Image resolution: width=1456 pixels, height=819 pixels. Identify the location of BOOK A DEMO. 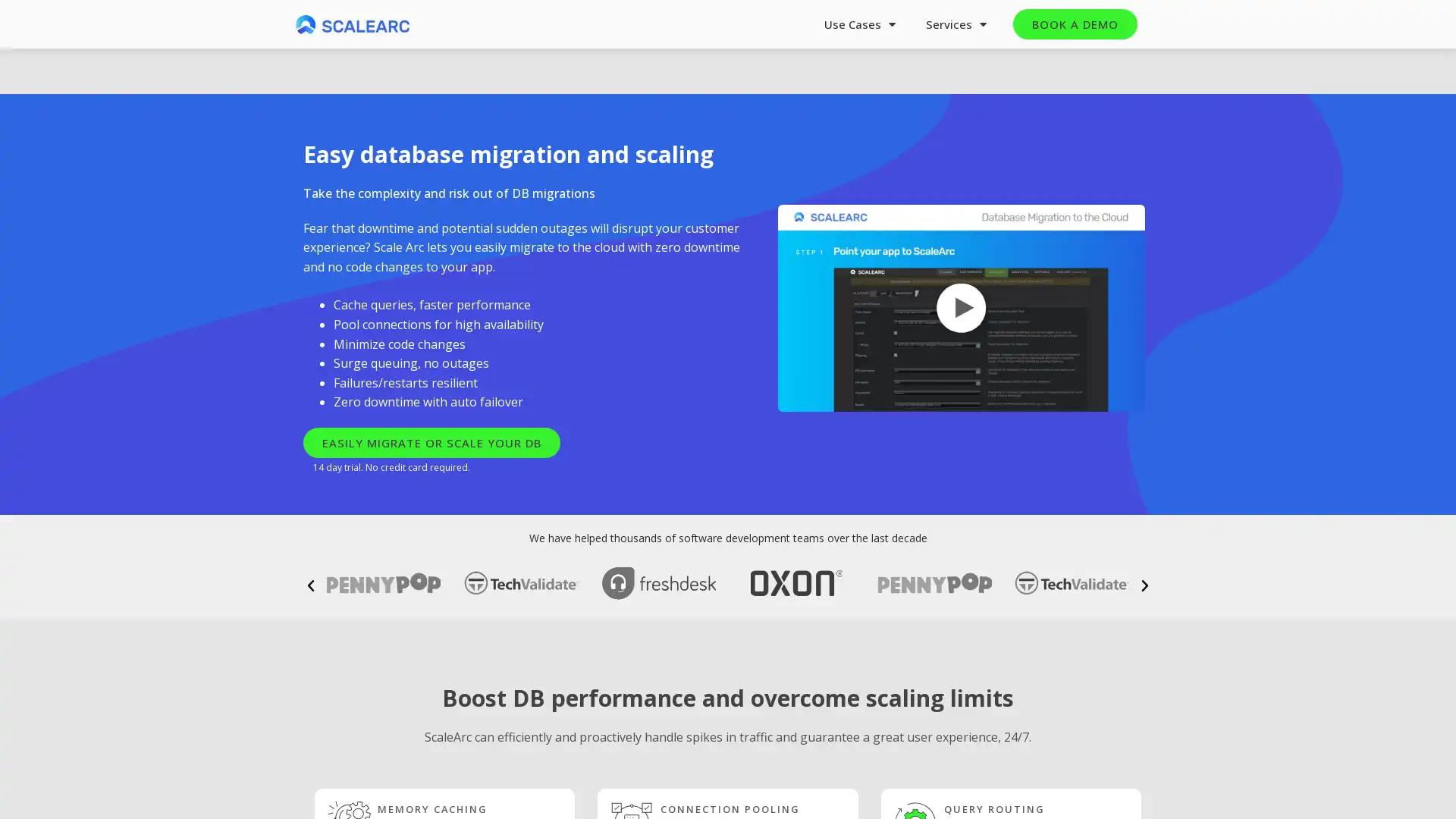
(1074, 24).